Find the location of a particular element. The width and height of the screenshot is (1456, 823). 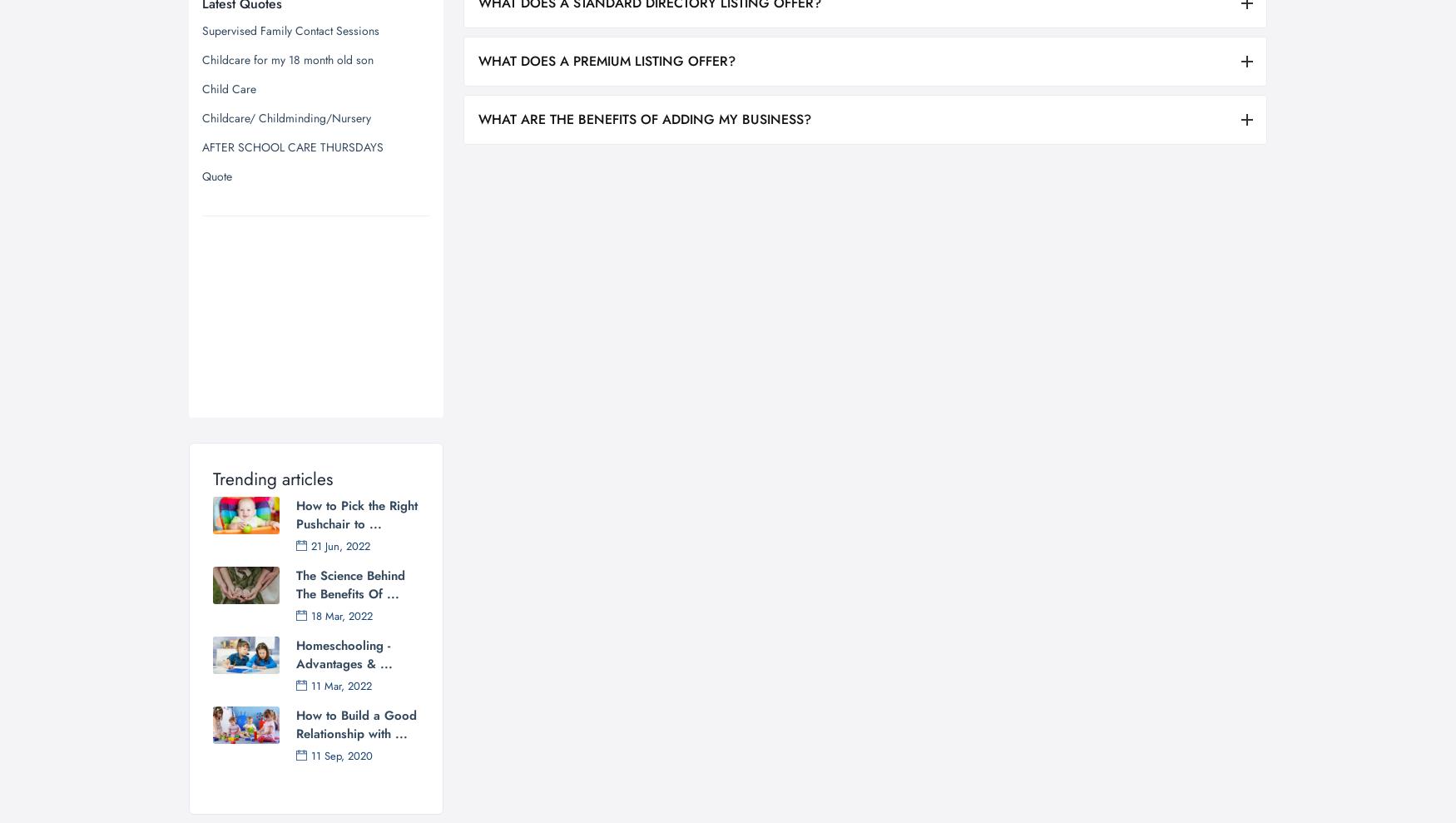

'Cookies' is located at coordinates (940, 703).